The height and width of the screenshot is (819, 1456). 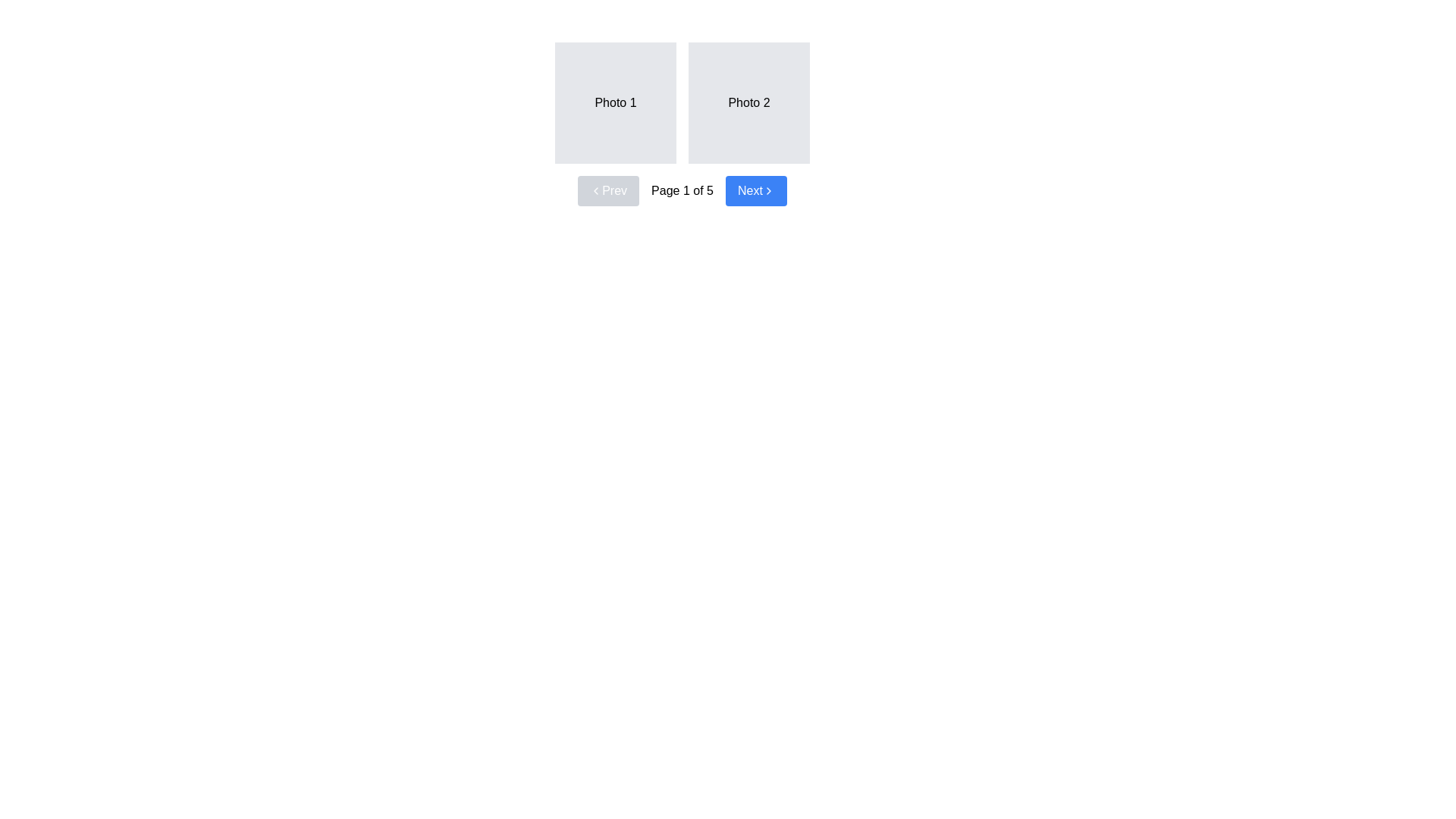 What do you see at coordinates (681, 190) in the screenshot?
I see `the text label displaying 'Page 1 of 5' which indicates the current page number in the pagination control section, located between the 'Prev' and 'Next' buttons` at bounding box center [681, 190].